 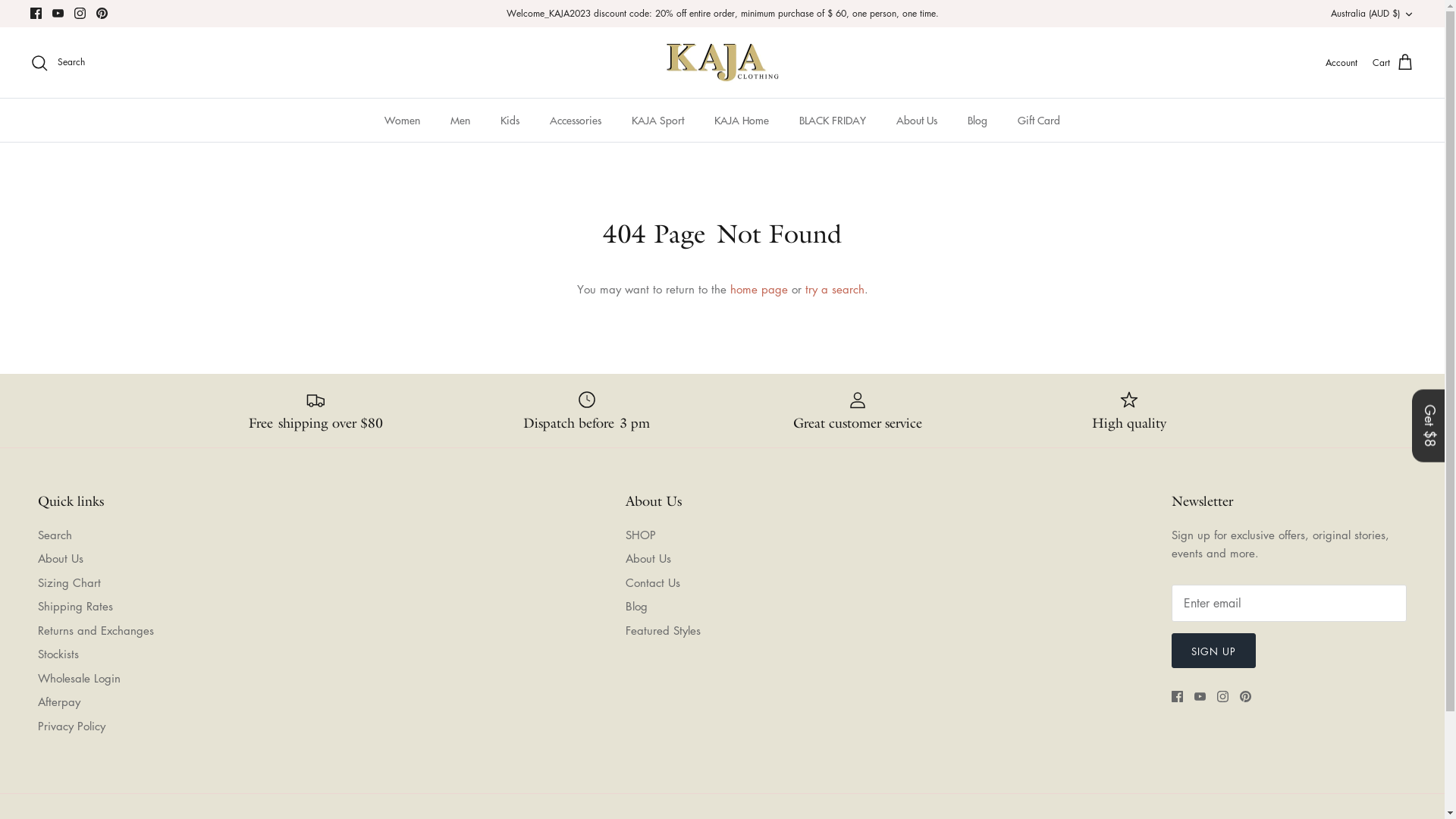 I want to click on 'Women', so click(x=402, y=119).